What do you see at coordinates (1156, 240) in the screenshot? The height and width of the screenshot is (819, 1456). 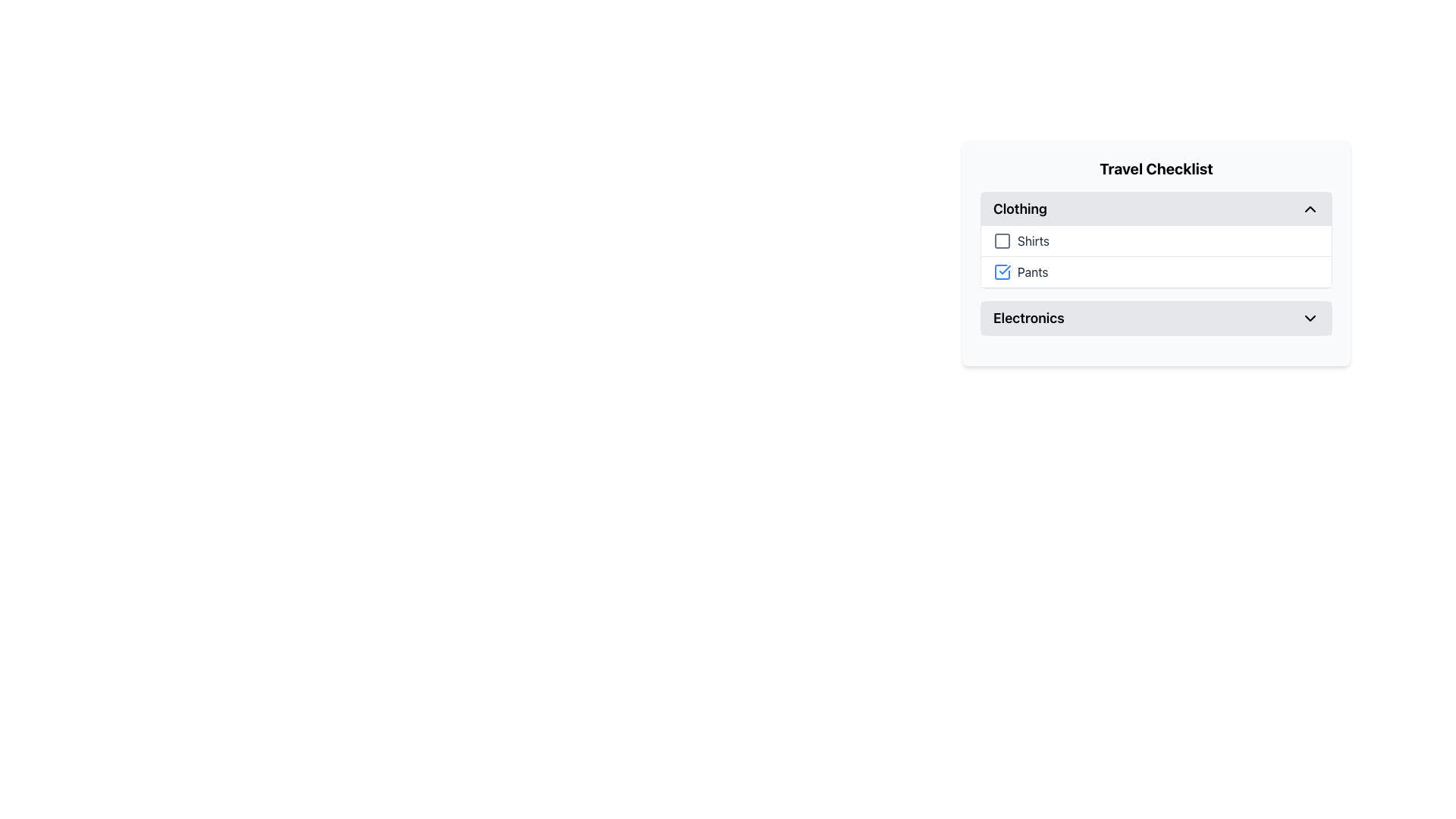 I see `the 'Shirts' selectable list item with a checkbox in the 'Clothing' category of the 'Travel Checklist'` at bounding box center [1156, 240].